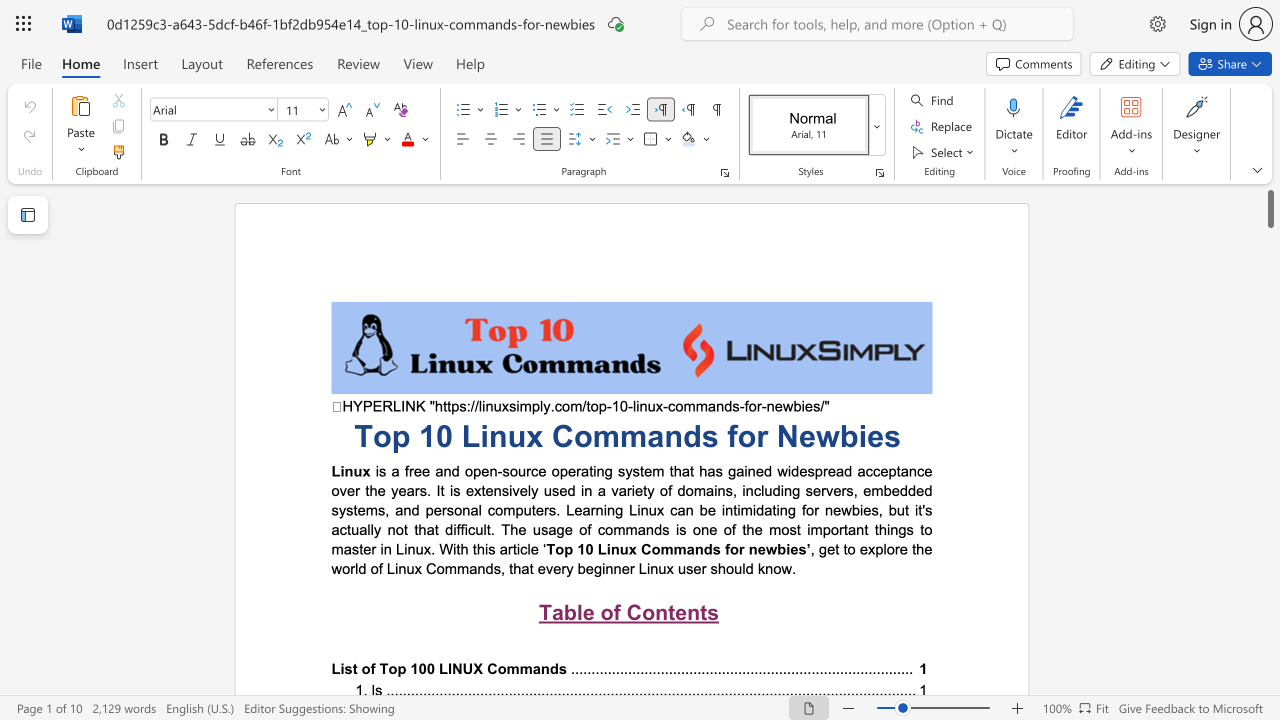  What do you see at coordinates (694, 549) in the screenshot?
I see `the subset text "nd" within the text "Top 10 Linux Commands"` at bounding box center [694, 549].